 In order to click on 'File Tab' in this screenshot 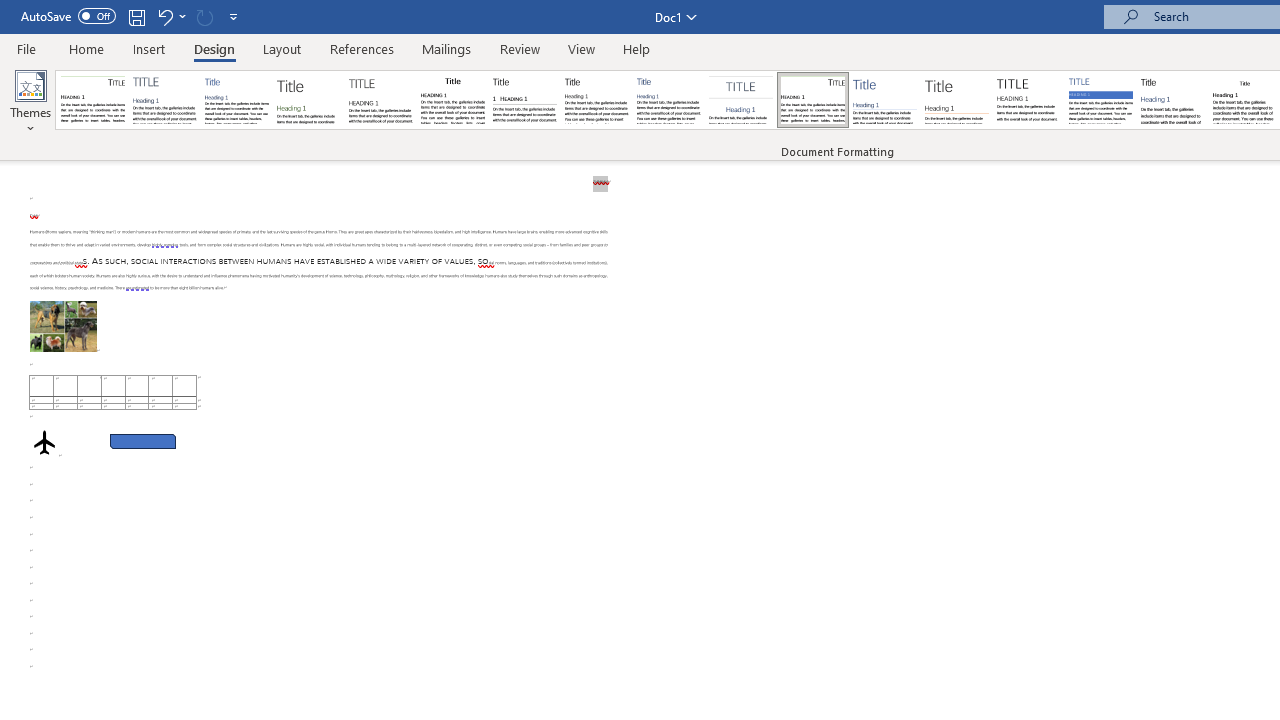, I will do `click(26, 47)`.